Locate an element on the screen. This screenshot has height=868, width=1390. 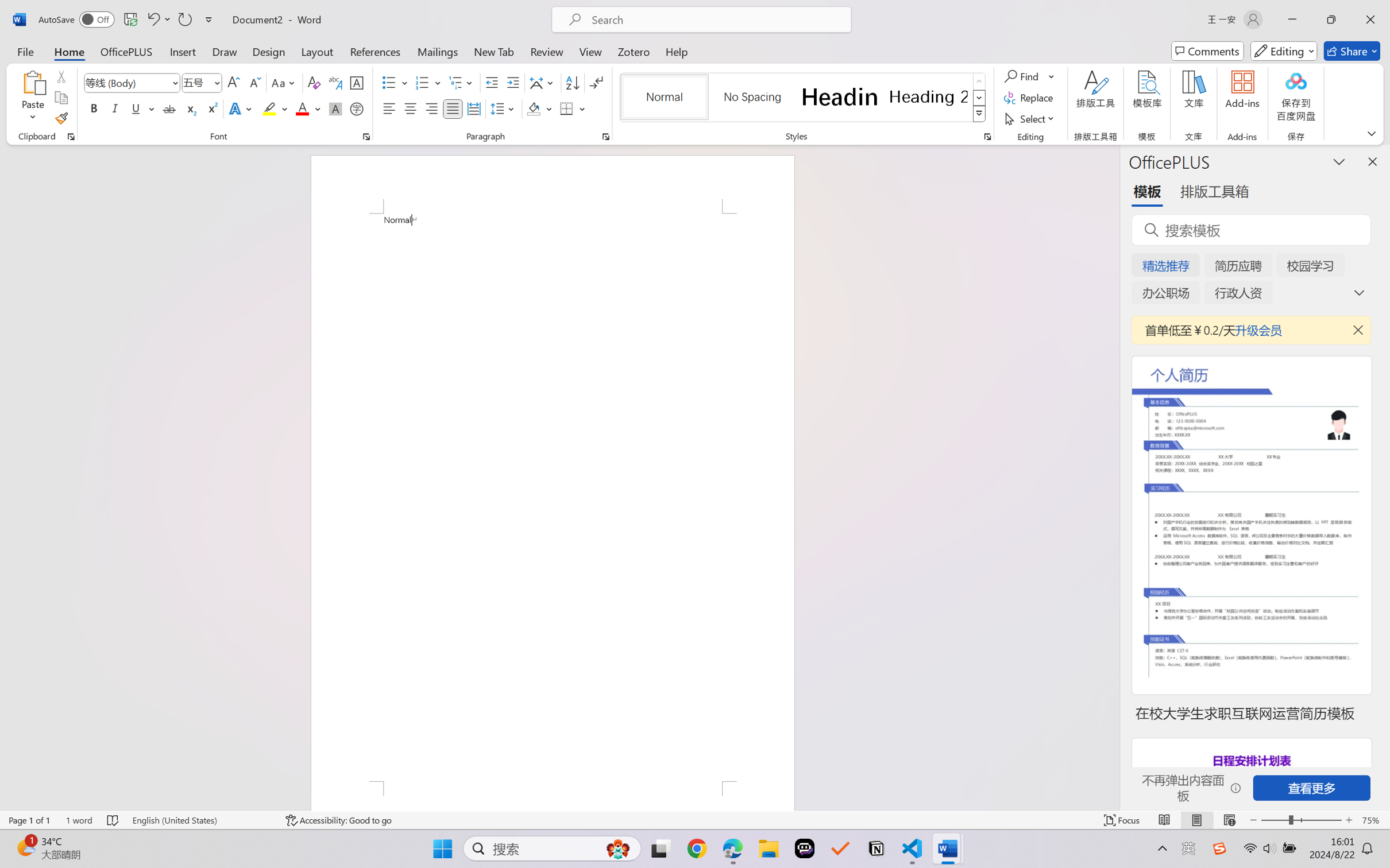
'Mode' is located at coordinates (1284, 51).